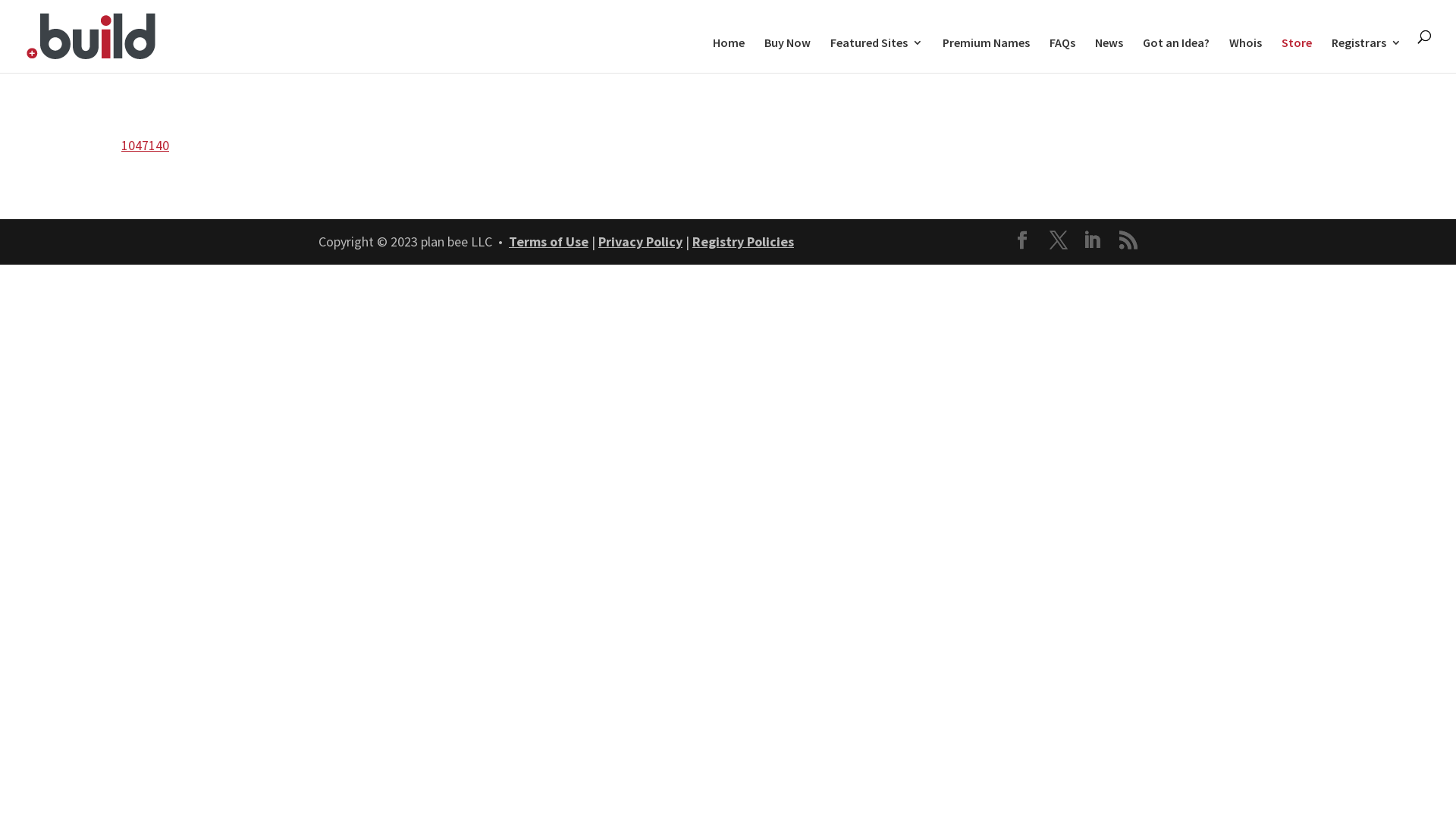 Image resolution: width=1456 pixels, height=819 pixels. I want to click on 'FAQs', so click(1062, 54).